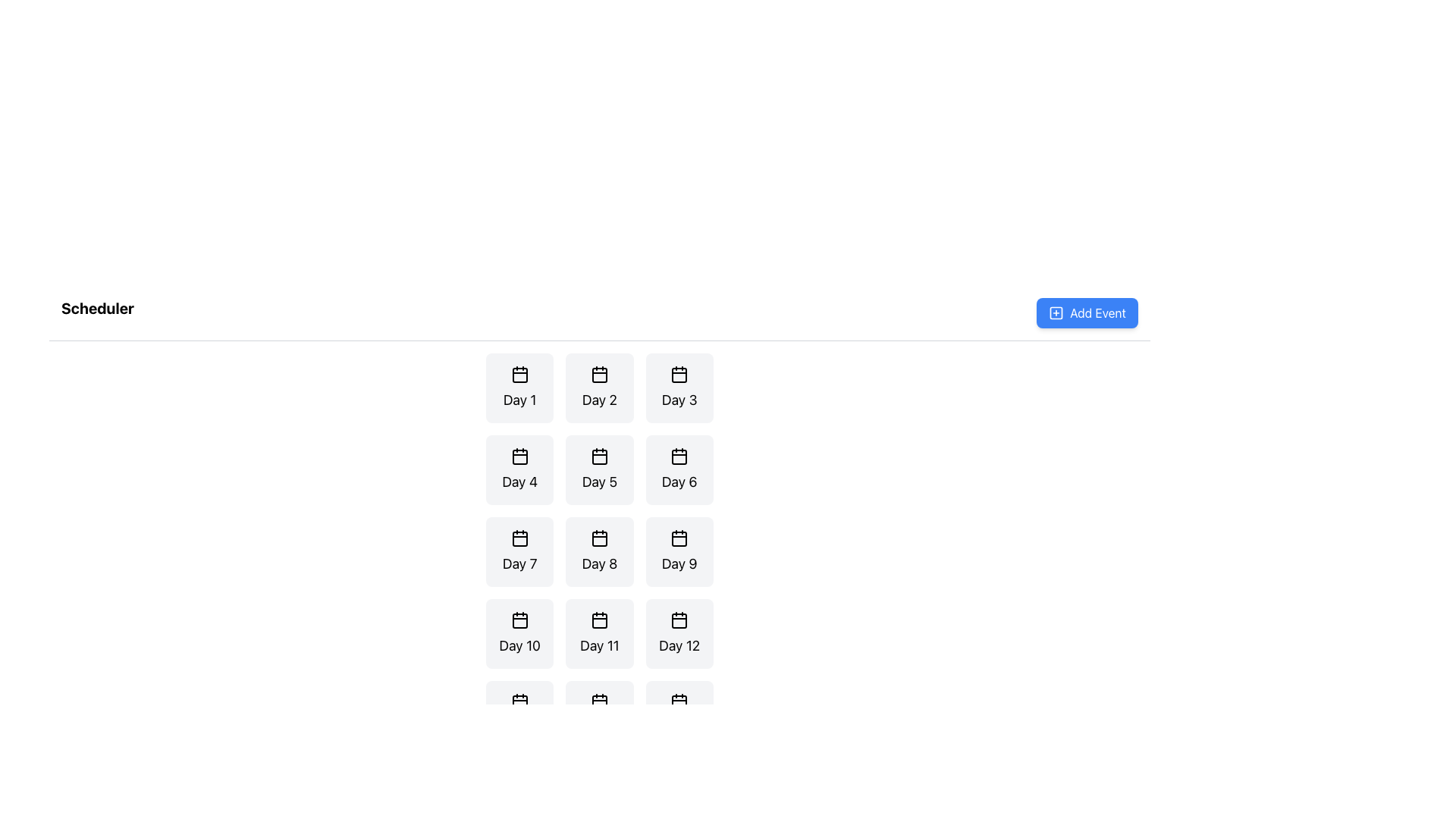 The image size is (1456, 819). I want to click on the calendar icon located in the center of the fourth row and the second column of the grid layout, positioned directly above the text 'Day 8', so click(599, 537).